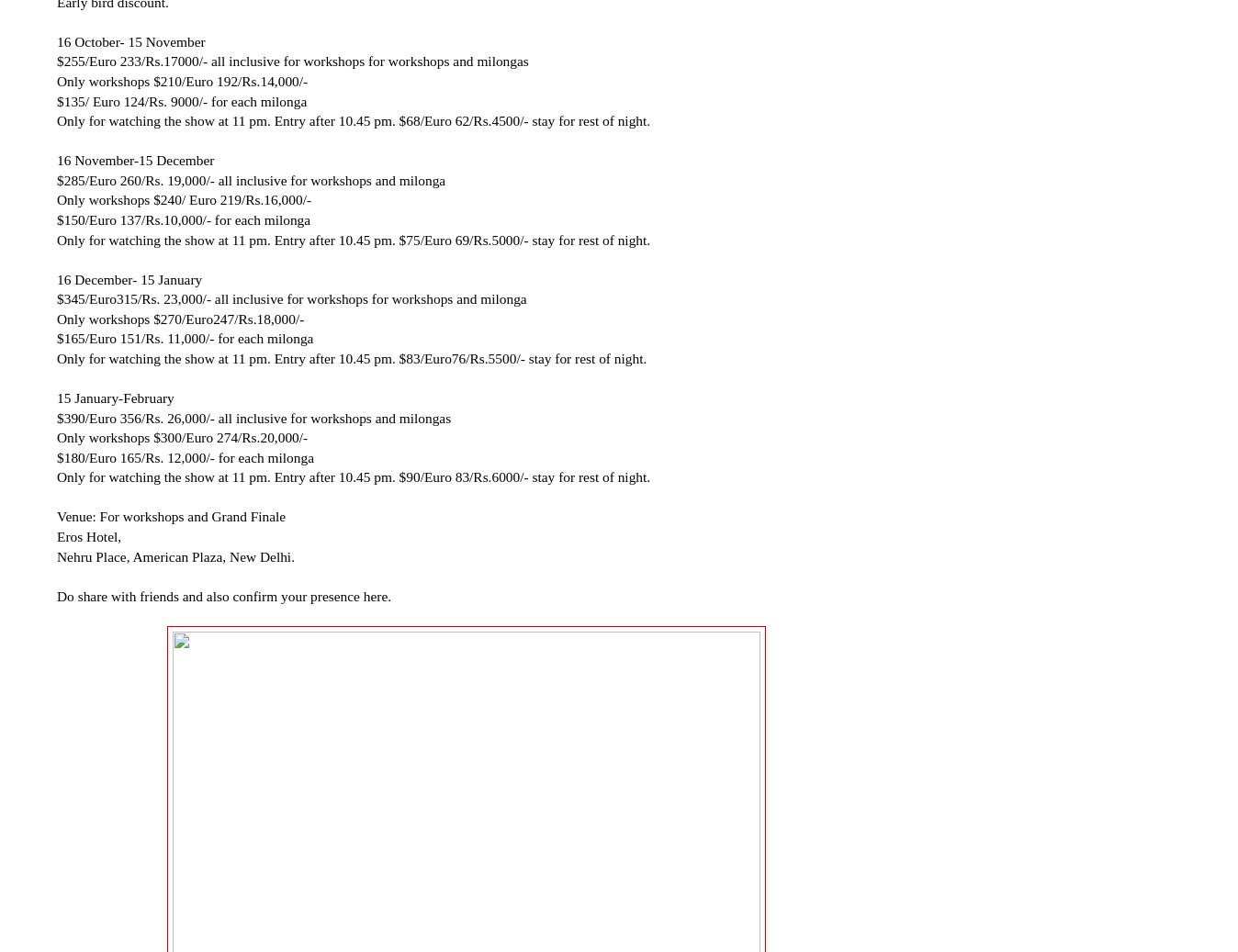  I want to click on 'Only for watching the show at 11 pm. Entry after 10.45 pm. $90/Euro 83/Rs.6000/- stay for rest of night.', so click(56, 476).